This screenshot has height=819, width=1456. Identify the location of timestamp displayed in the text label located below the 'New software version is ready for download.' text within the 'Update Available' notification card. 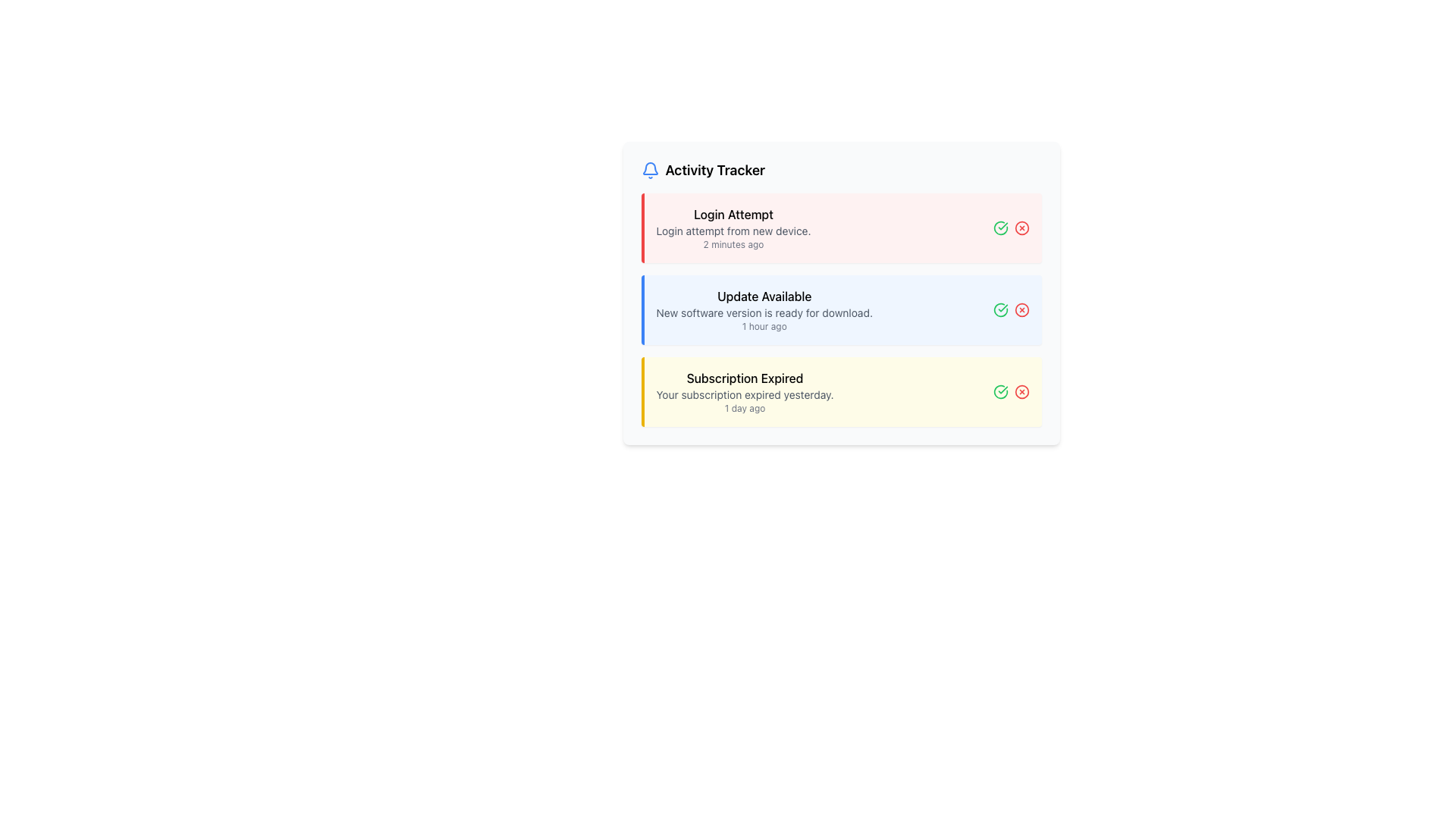
(764, 326).